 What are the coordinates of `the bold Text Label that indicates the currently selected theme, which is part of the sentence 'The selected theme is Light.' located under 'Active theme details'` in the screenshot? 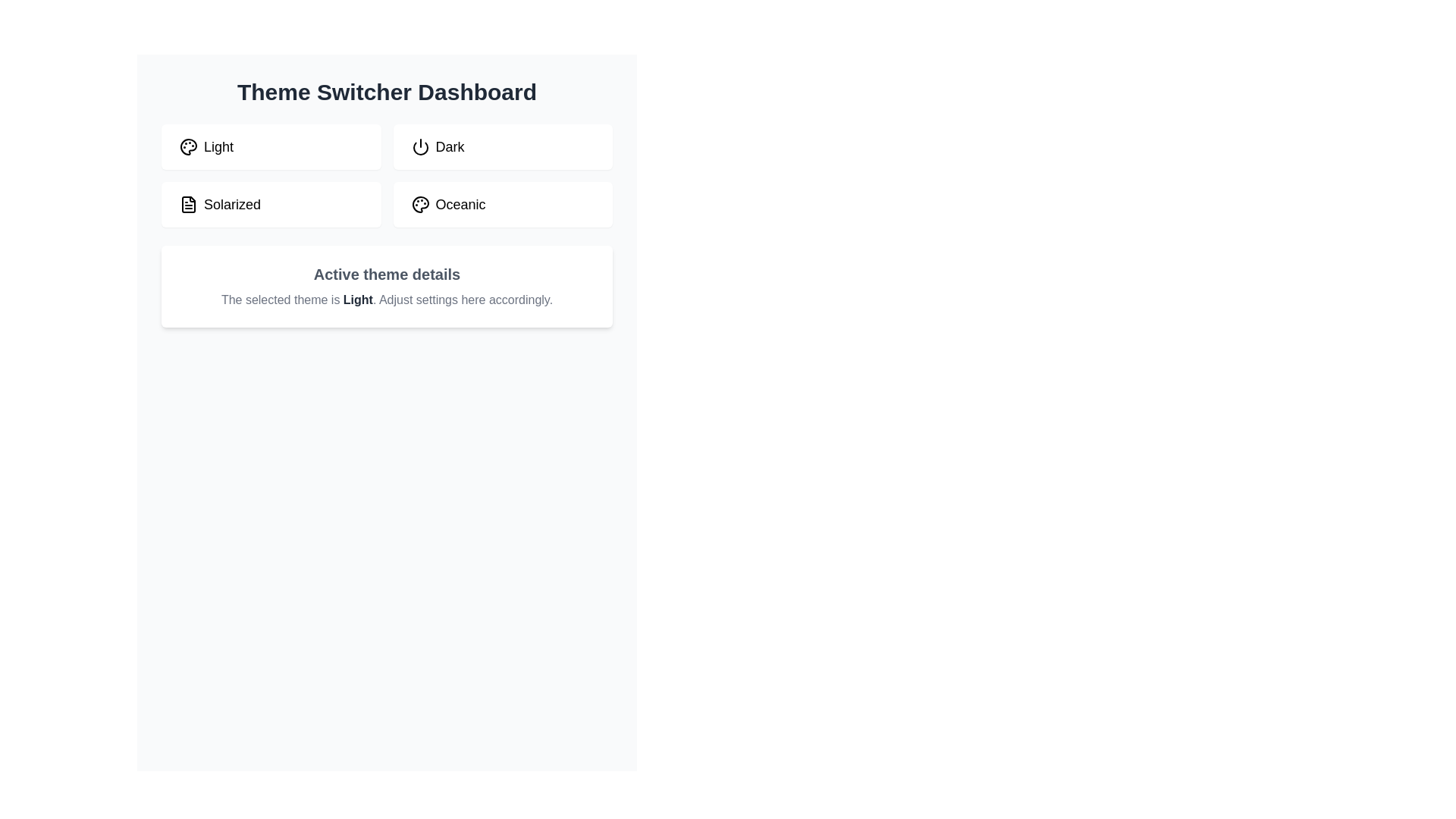 It's located at (357, 300).